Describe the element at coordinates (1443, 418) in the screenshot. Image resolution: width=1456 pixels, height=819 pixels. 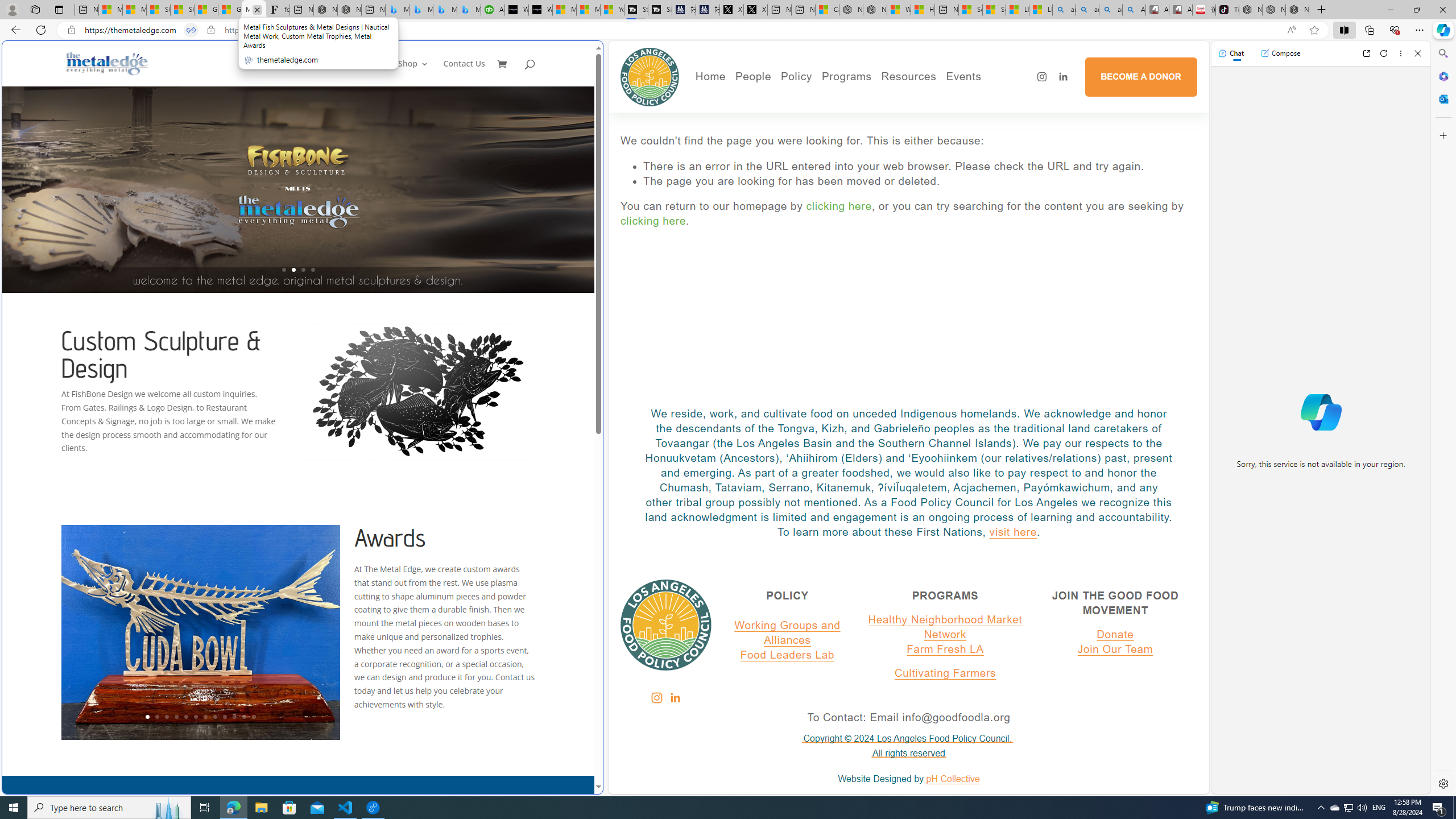
I see `'Side bar'` at that location.